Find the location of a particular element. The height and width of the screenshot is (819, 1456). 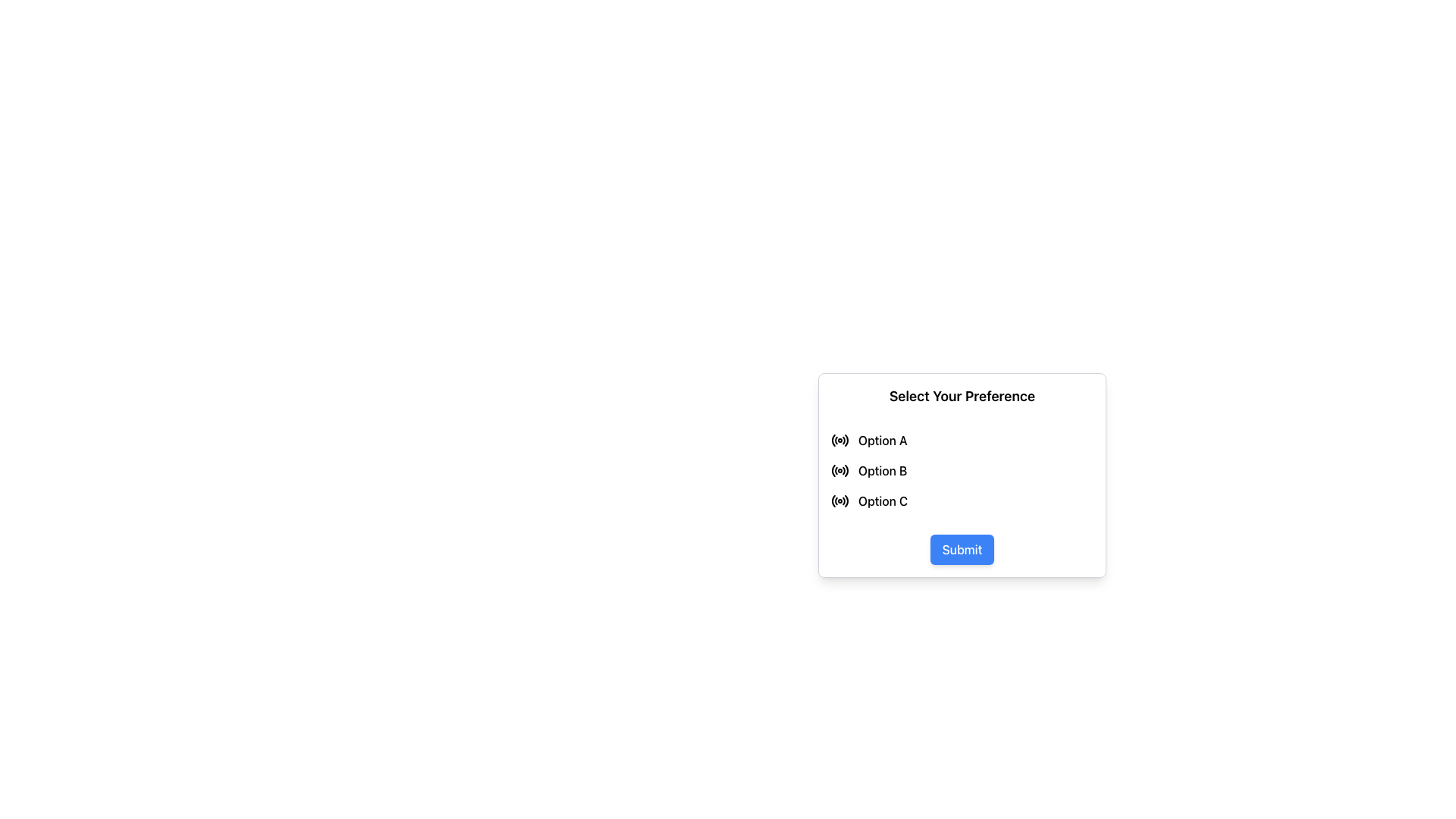

the fourth curved line segment of the radio icon, which is part of a group of similar paths arranged concentrically near the bottom-right is located at coordinates (843, 441).